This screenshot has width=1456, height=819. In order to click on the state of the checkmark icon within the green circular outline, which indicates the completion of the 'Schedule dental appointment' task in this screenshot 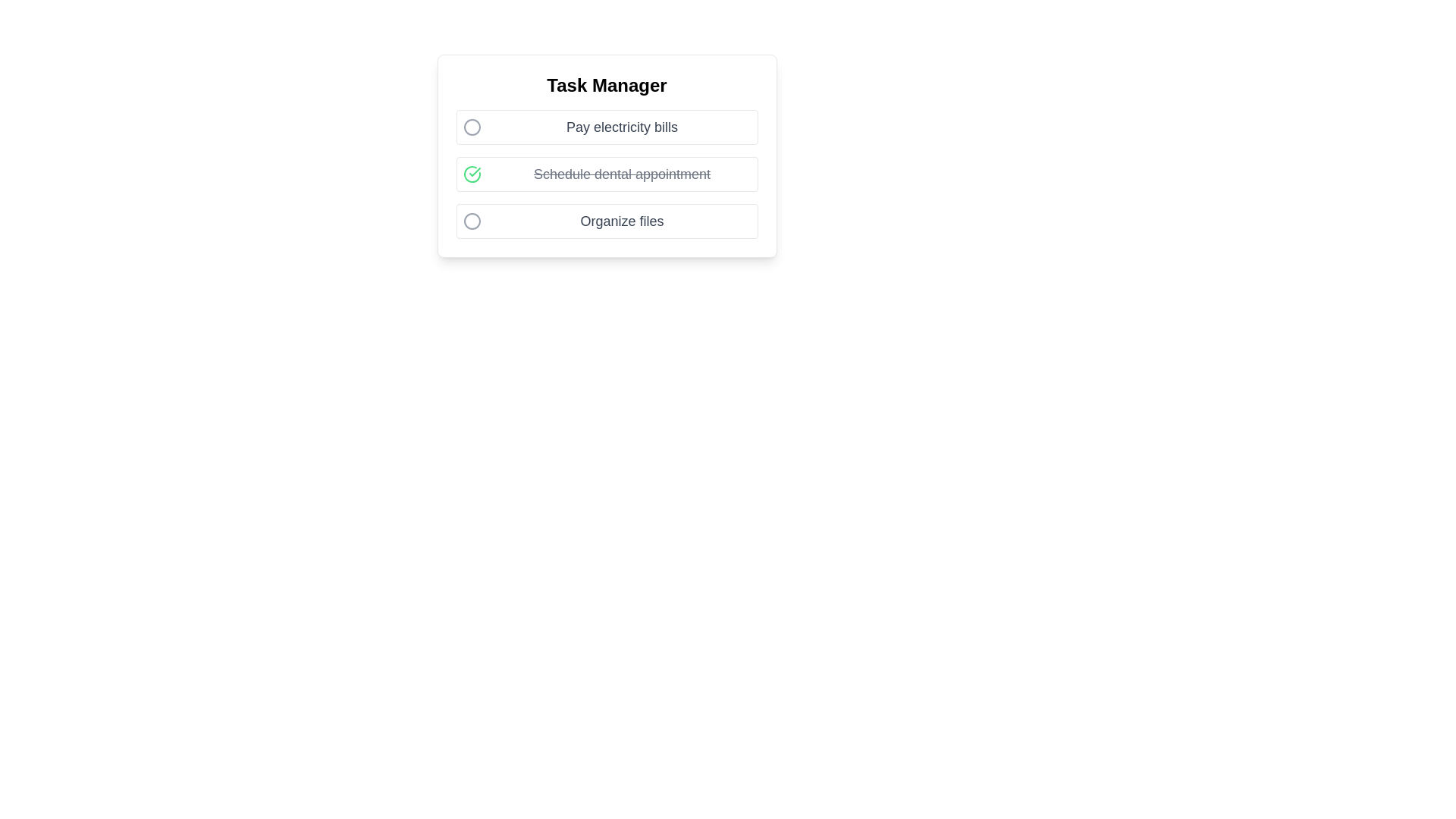, I will do `click(473, 171)`.